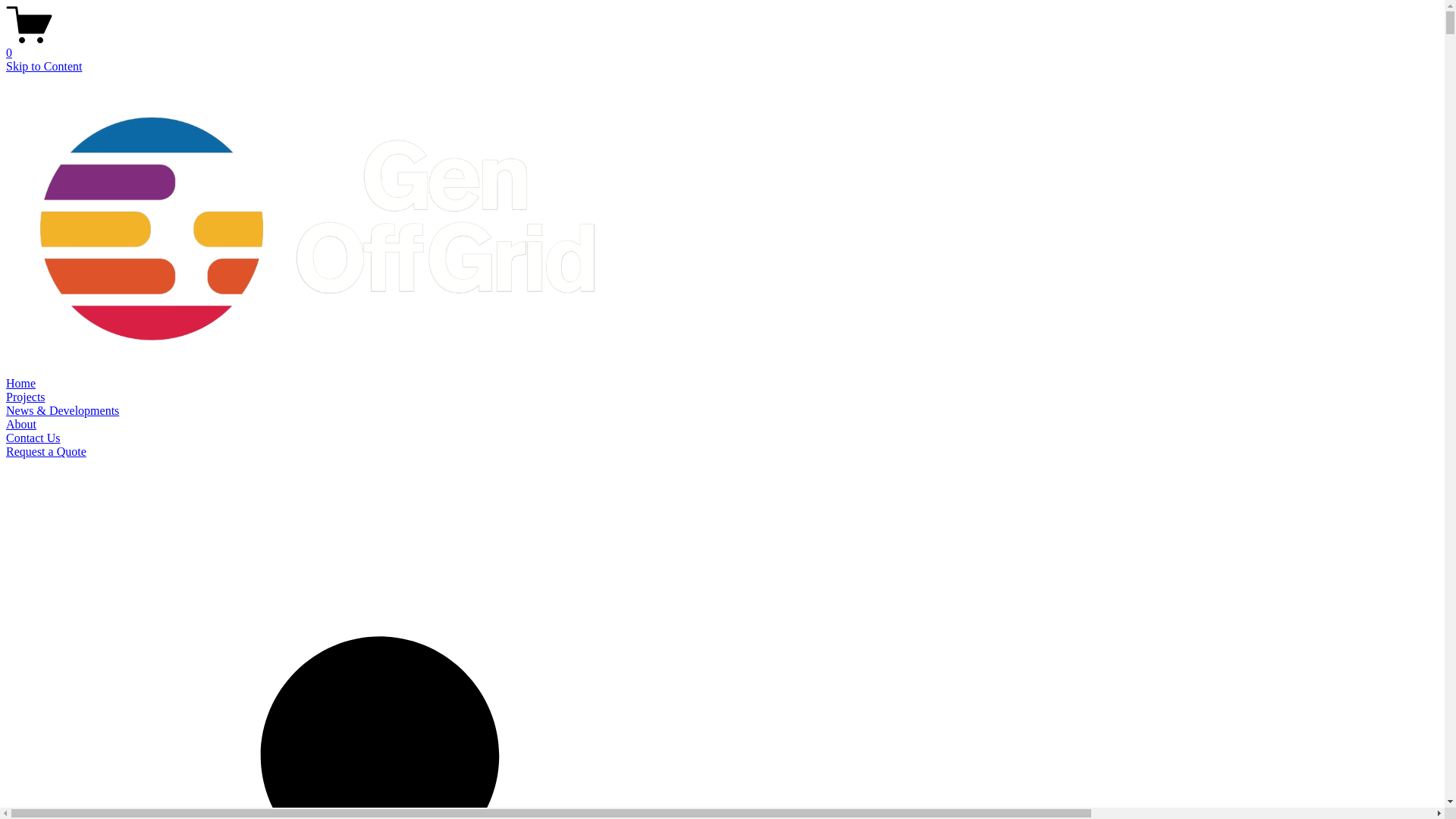 Image resolution: width=1456 pixels, height=819 pixels. I want to click on 'Request a Quote', so click(46, 450).